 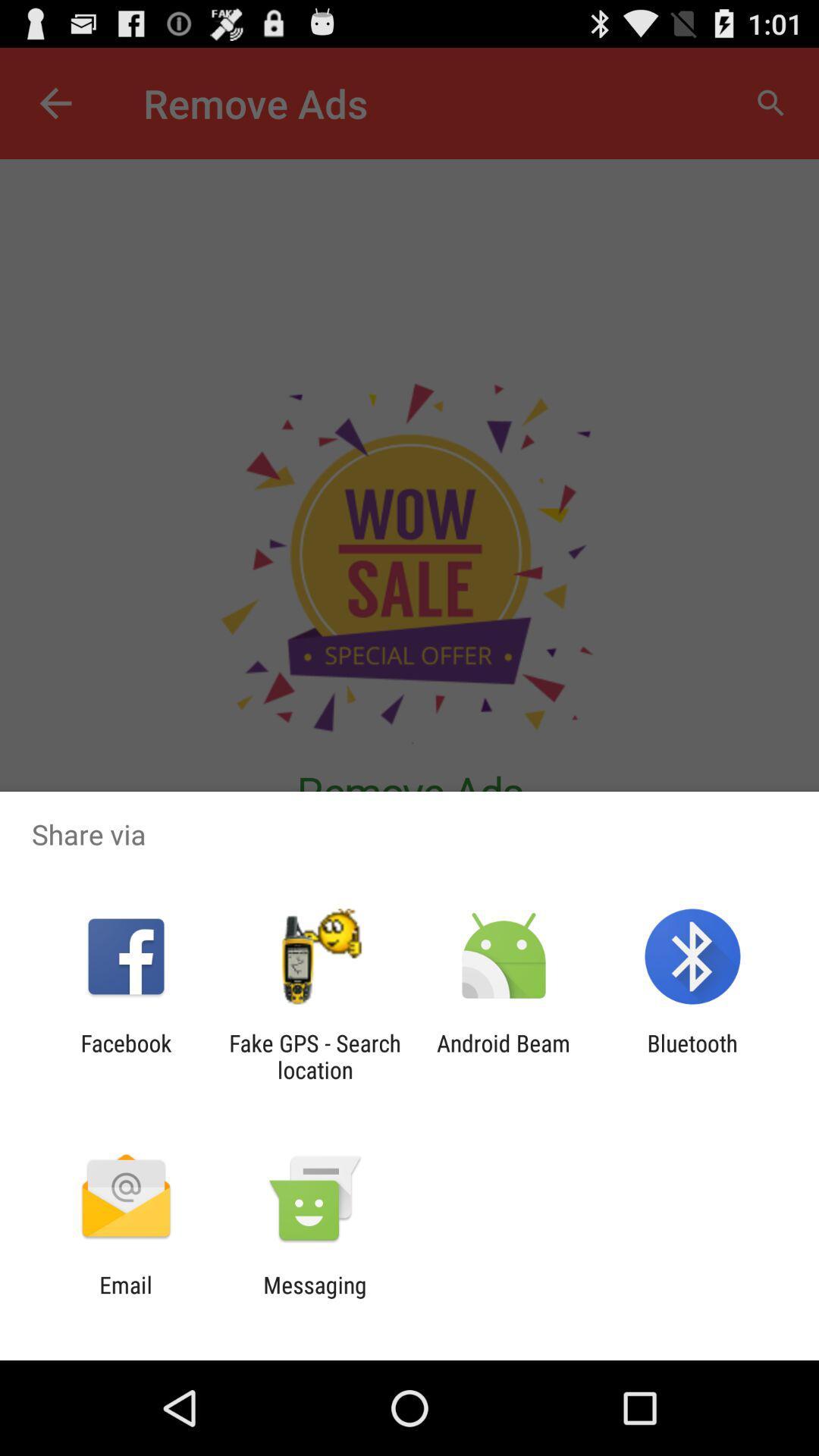 I want to click on messaging item, so click(x=314, y=1298).